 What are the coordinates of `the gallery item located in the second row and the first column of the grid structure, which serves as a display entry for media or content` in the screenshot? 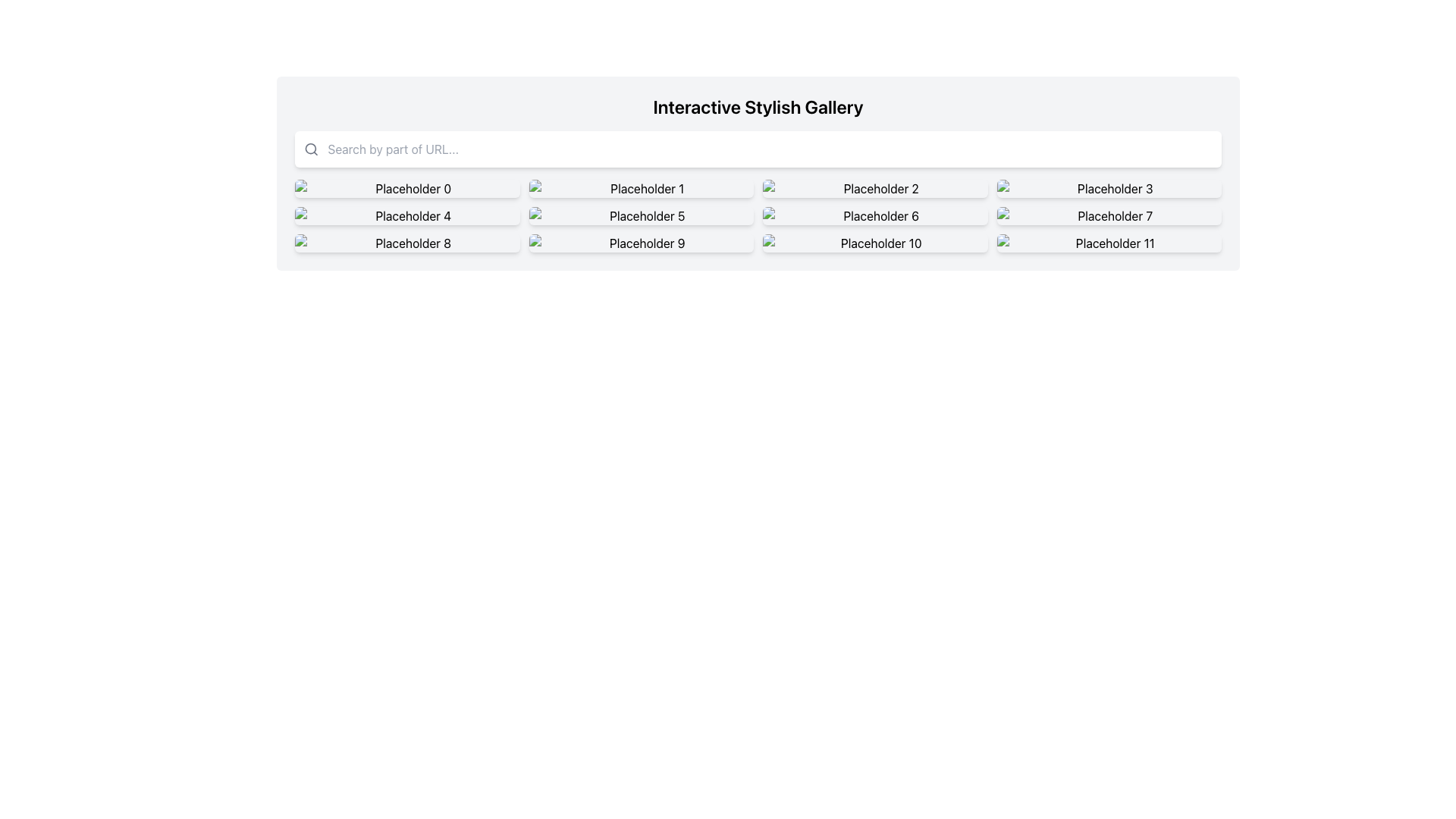 It's located at (407, 216).